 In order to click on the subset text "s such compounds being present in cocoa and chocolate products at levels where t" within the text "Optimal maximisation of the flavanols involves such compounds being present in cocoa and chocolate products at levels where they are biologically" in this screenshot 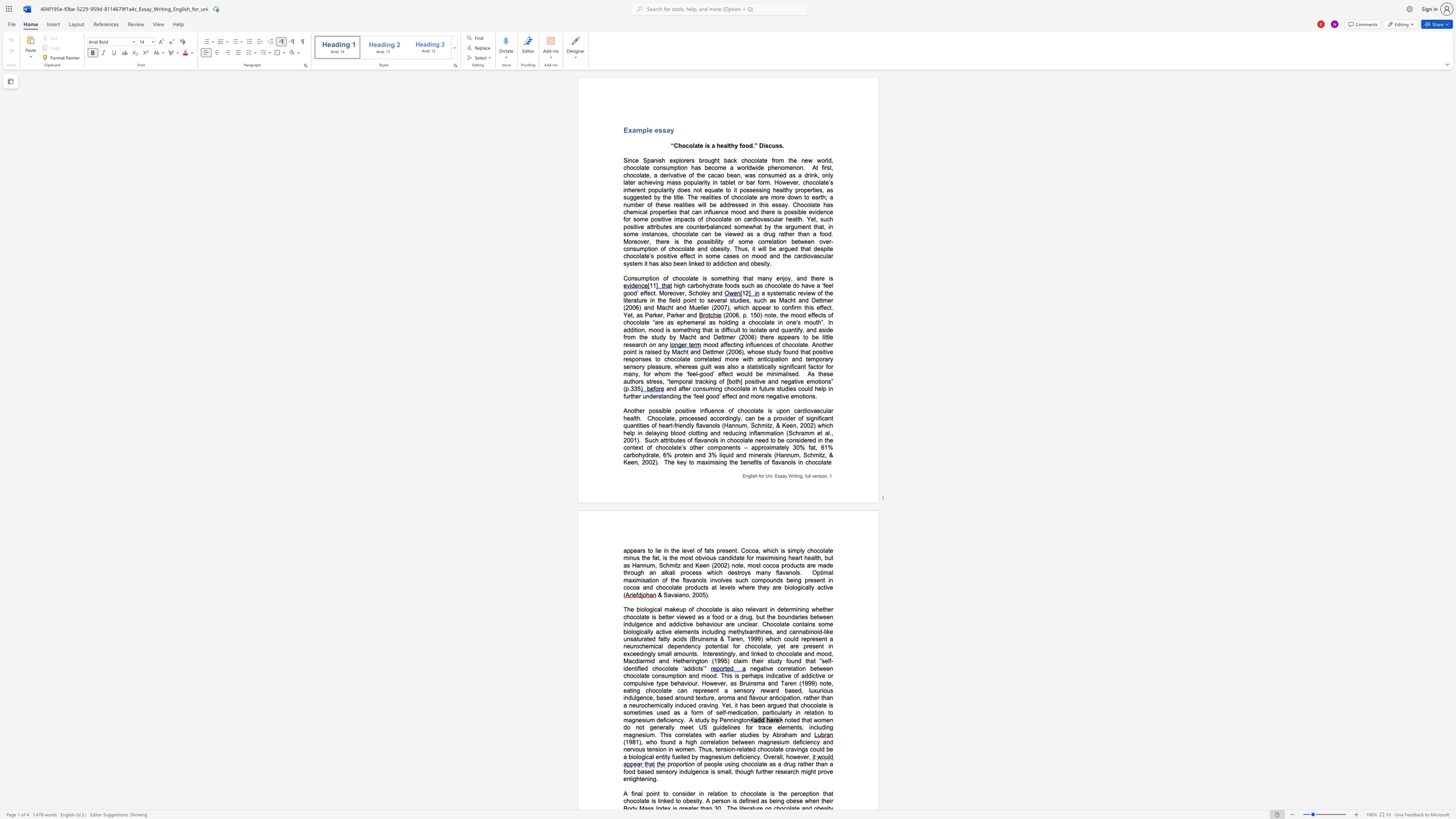, I will do `click(729, 580)`.